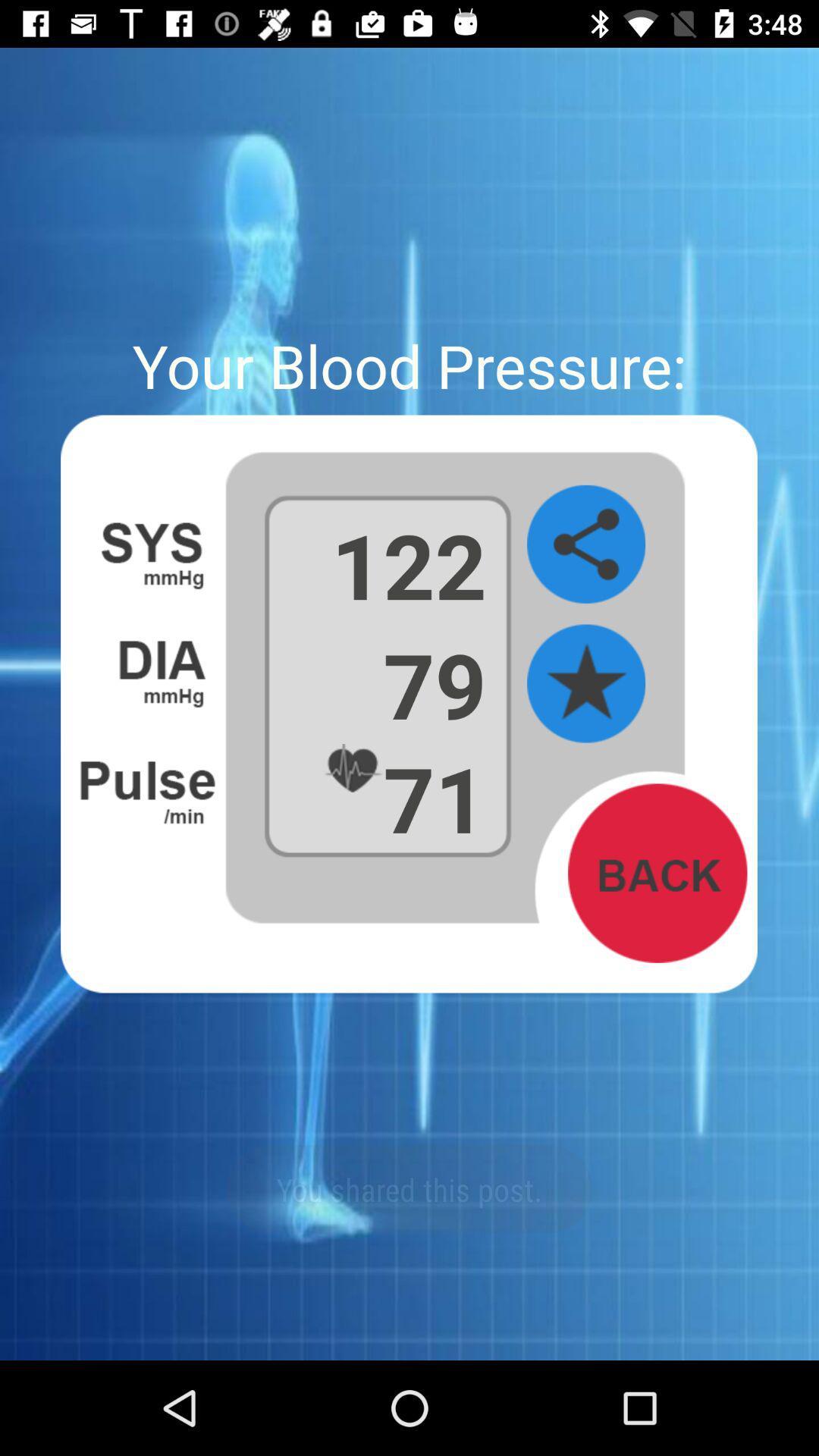 The width and height of the screenshot is (819, 1456). What do you see at coordinates (585, 683) in the screenshot?
I see `results` at bounding box center [585, 683].